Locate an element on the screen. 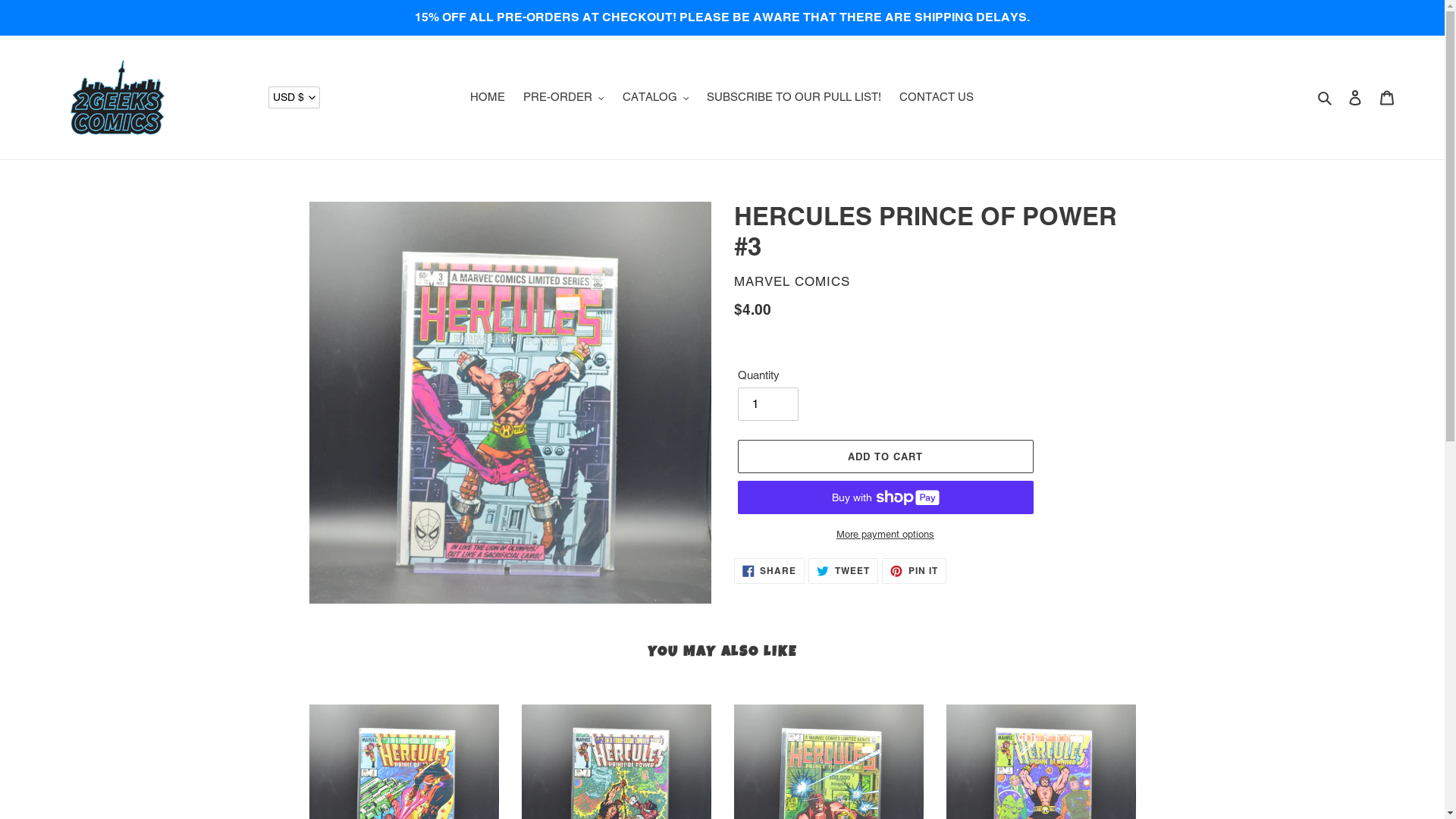  'Cart' is located at coordinates (1386, 97).